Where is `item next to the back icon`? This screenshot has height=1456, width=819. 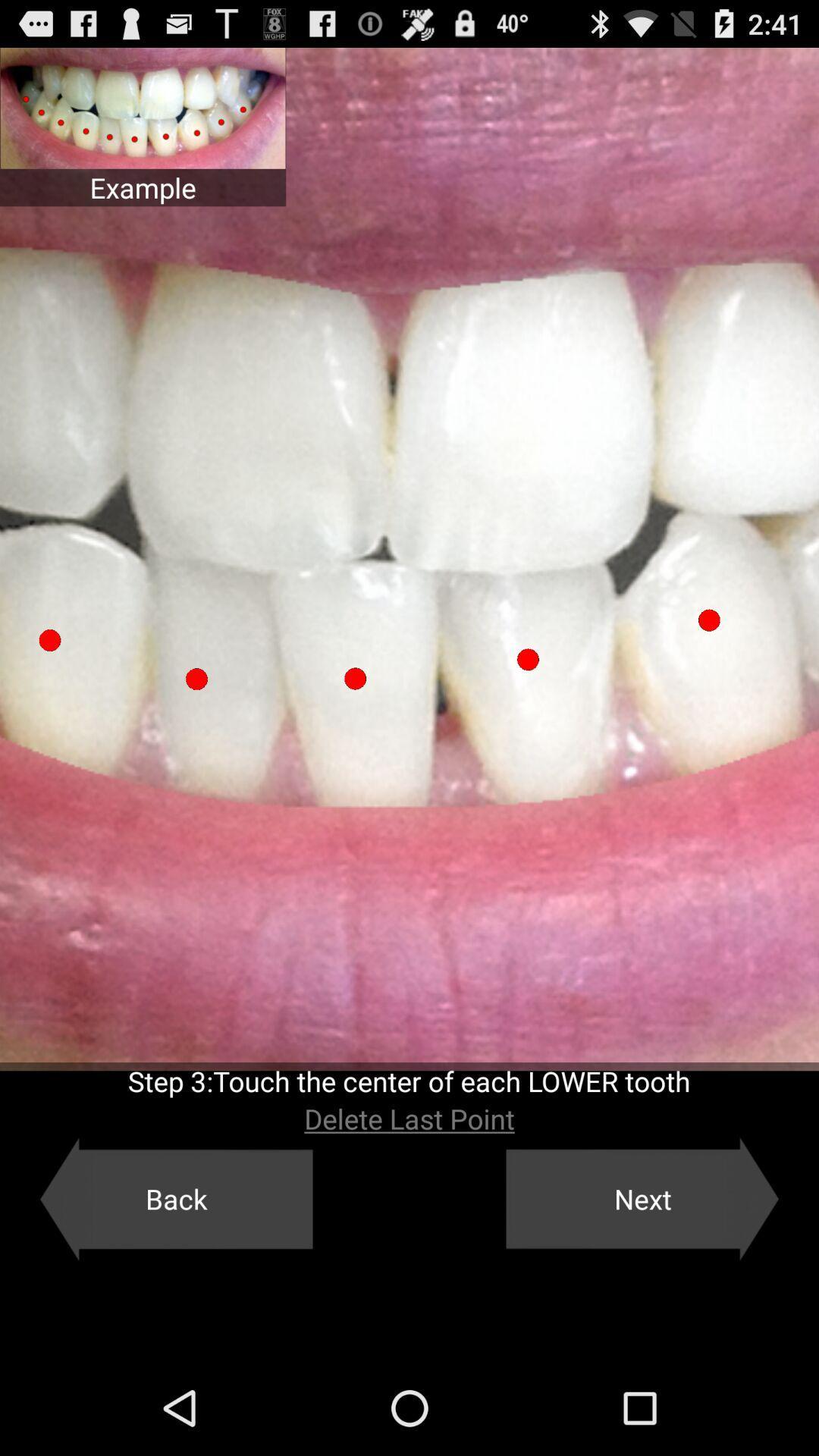
item next to the back icon is located at coordinates (642, 1198).